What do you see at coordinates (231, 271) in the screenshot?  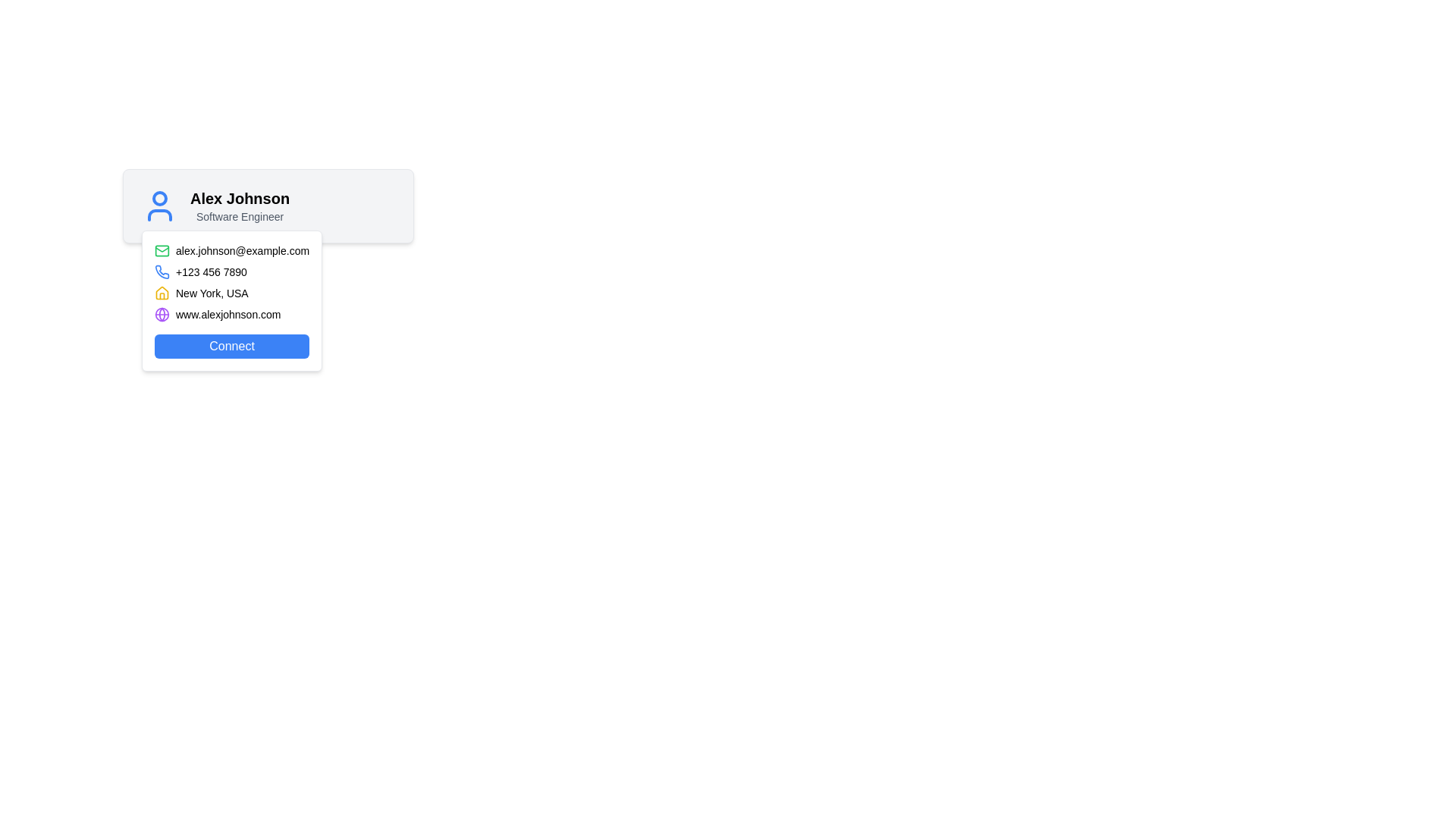 I see `the contact information block displaying the user's phone number, which is the second item in a vertical list within a card layout` at bounding box center [231, 271].